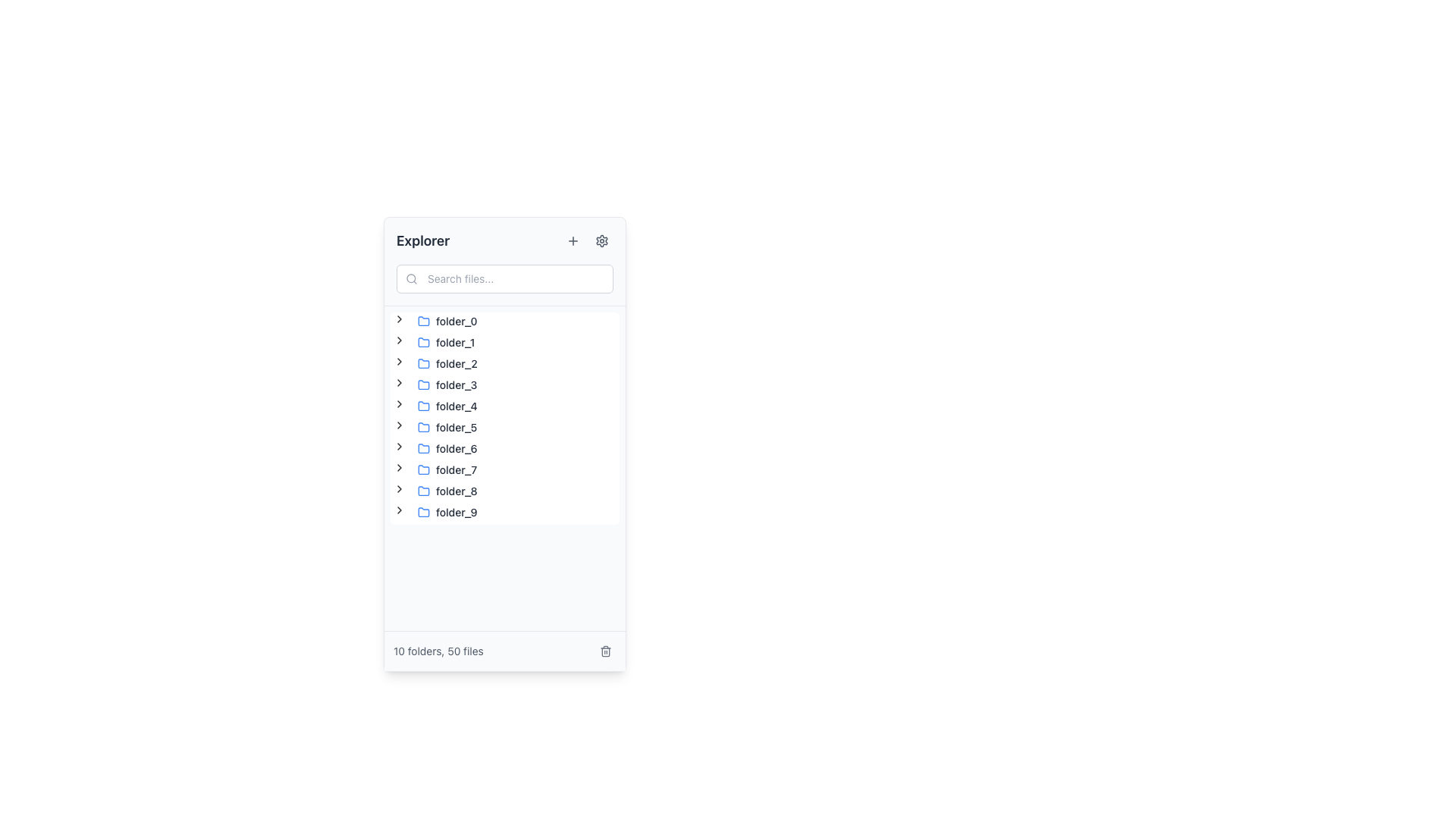 This screenshot has height=819, width=1456. Describe the element at coordinates (400, 321) in the screenshot. I see `the expand/collapse button for the folder associated with 'folder_0'` at that location.